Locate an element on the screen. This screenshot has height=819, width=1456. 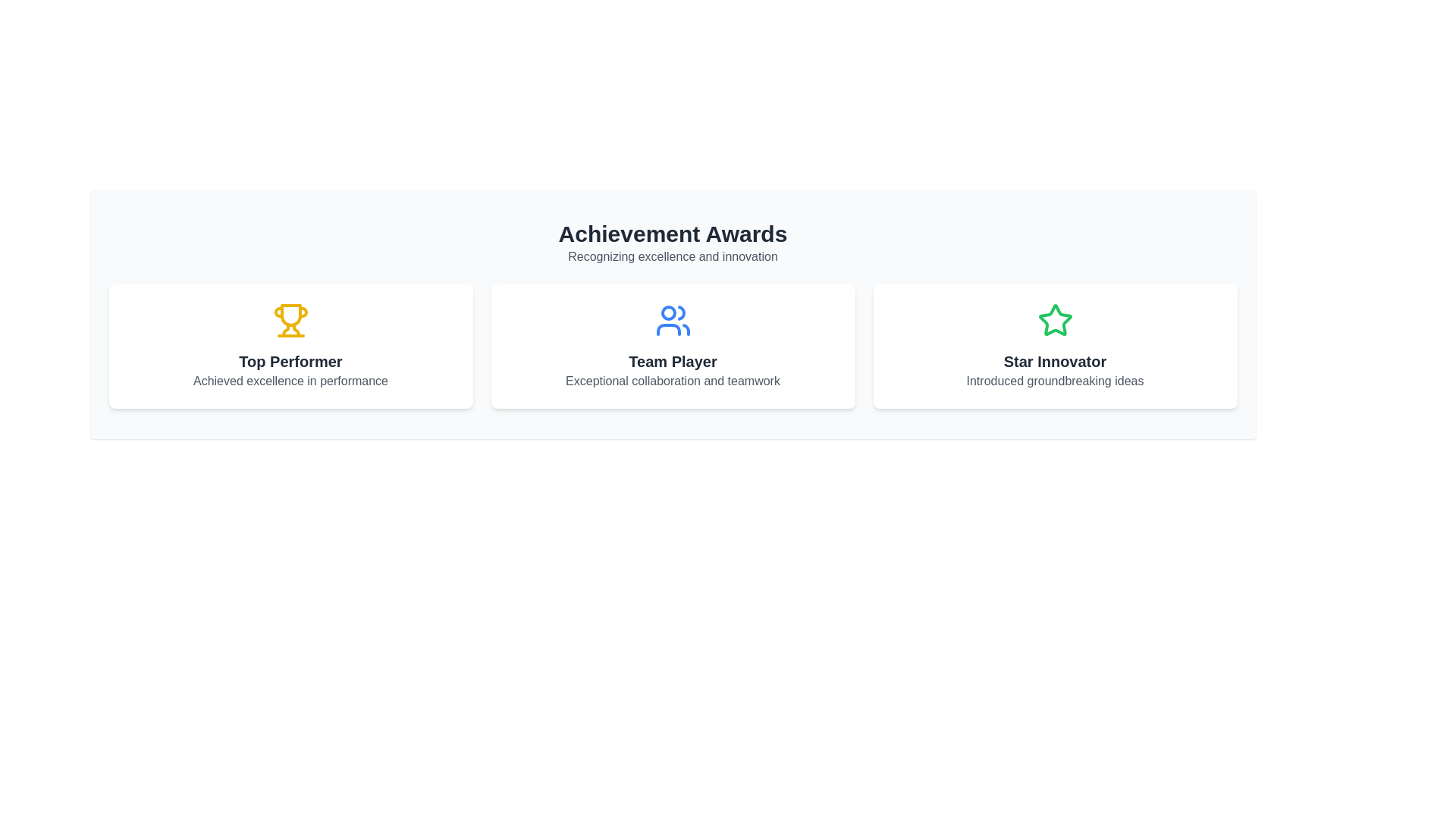
Header text that establishes the theme of the content related to awards or recognitions, positioned above the sibling element with the text 'Recognizing excellence and innovation' is located at coordinates (672, 234).